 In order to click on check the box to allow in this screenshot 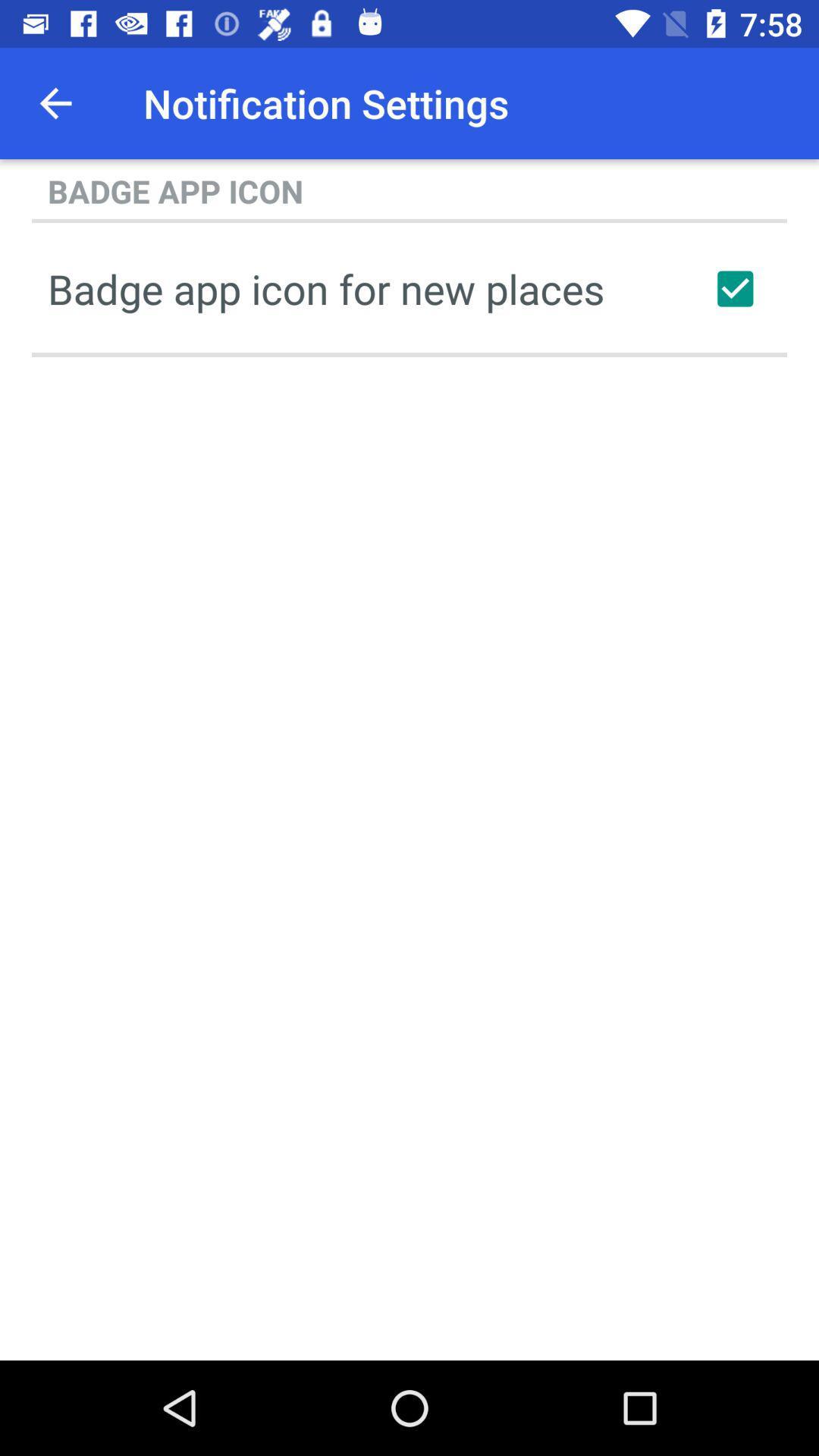, I will do `click(734, 288)`.